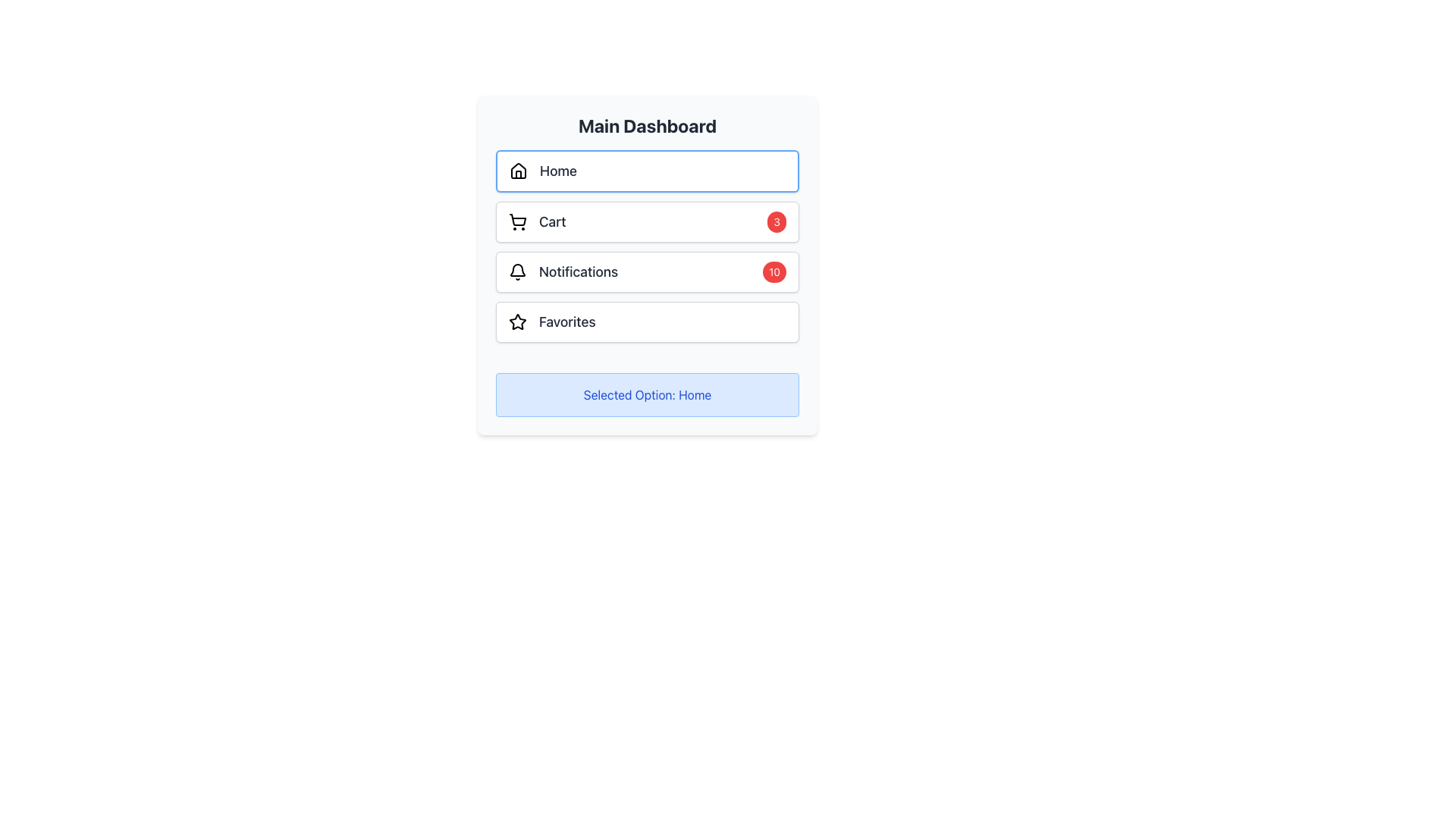  Describe the element at coordinates (517, 321) in the screenshot. I see `the star icon representing the Favorites section in the Main Dashboard` at that location.